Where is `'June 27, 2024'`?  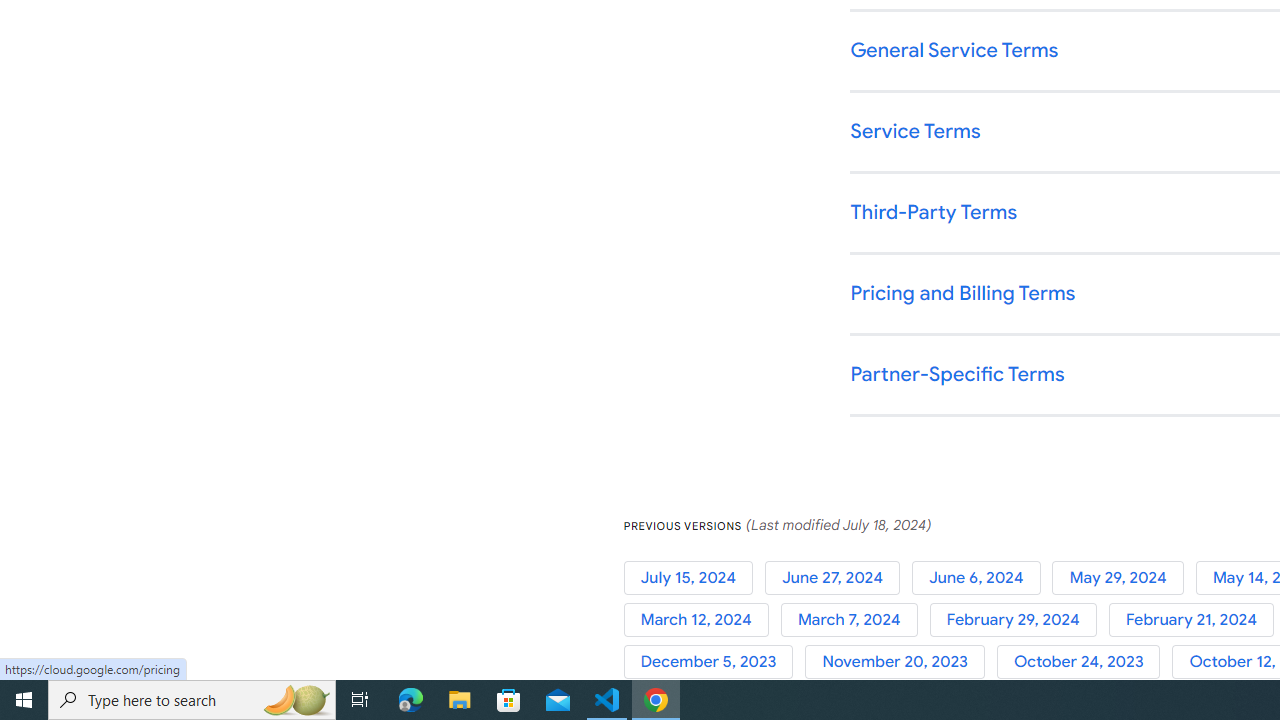
'June 27, 2024' is located at coordinates (837, 577).